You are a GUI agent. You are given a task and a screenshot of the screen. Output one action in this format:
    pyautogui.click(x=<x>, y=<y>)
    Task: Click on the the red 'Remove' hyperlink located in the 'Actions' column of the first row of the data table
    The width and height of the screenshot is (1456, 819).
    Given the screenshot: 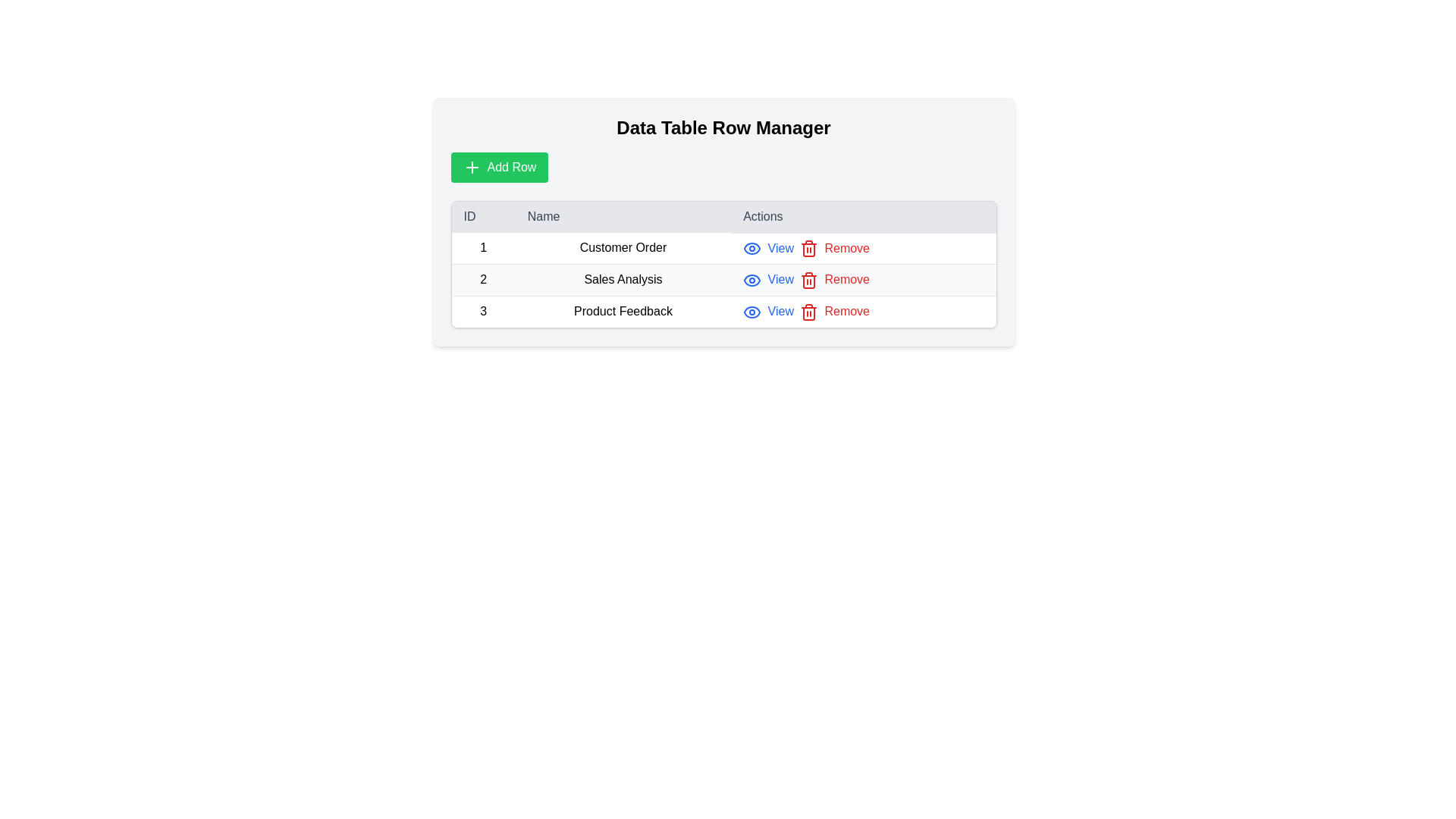 What is the action you would take?
    pyautogui.click(x=833, y=247)
    